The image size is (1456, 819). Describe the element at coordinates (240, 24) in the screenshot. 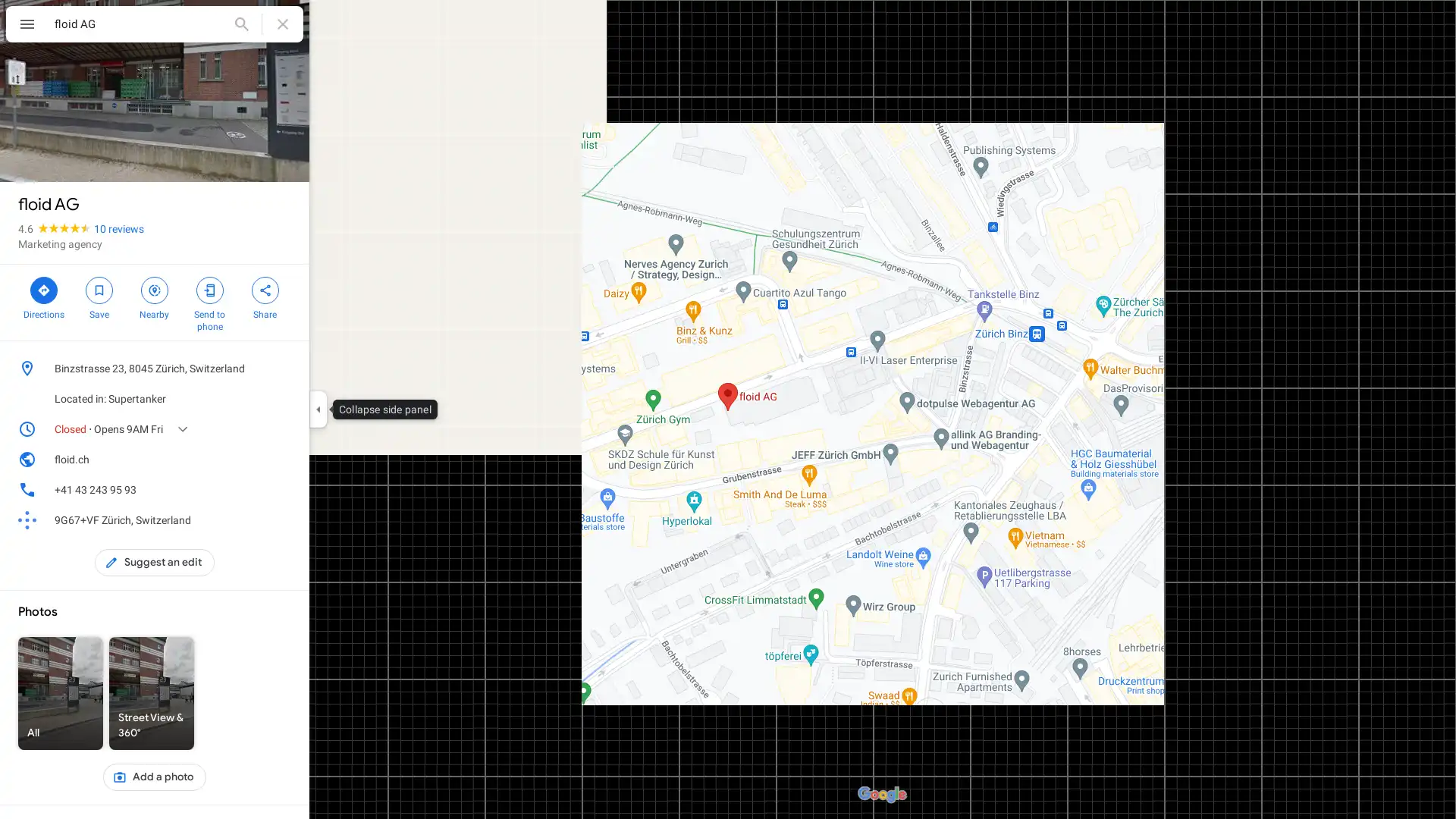

I see `Search` at that location.